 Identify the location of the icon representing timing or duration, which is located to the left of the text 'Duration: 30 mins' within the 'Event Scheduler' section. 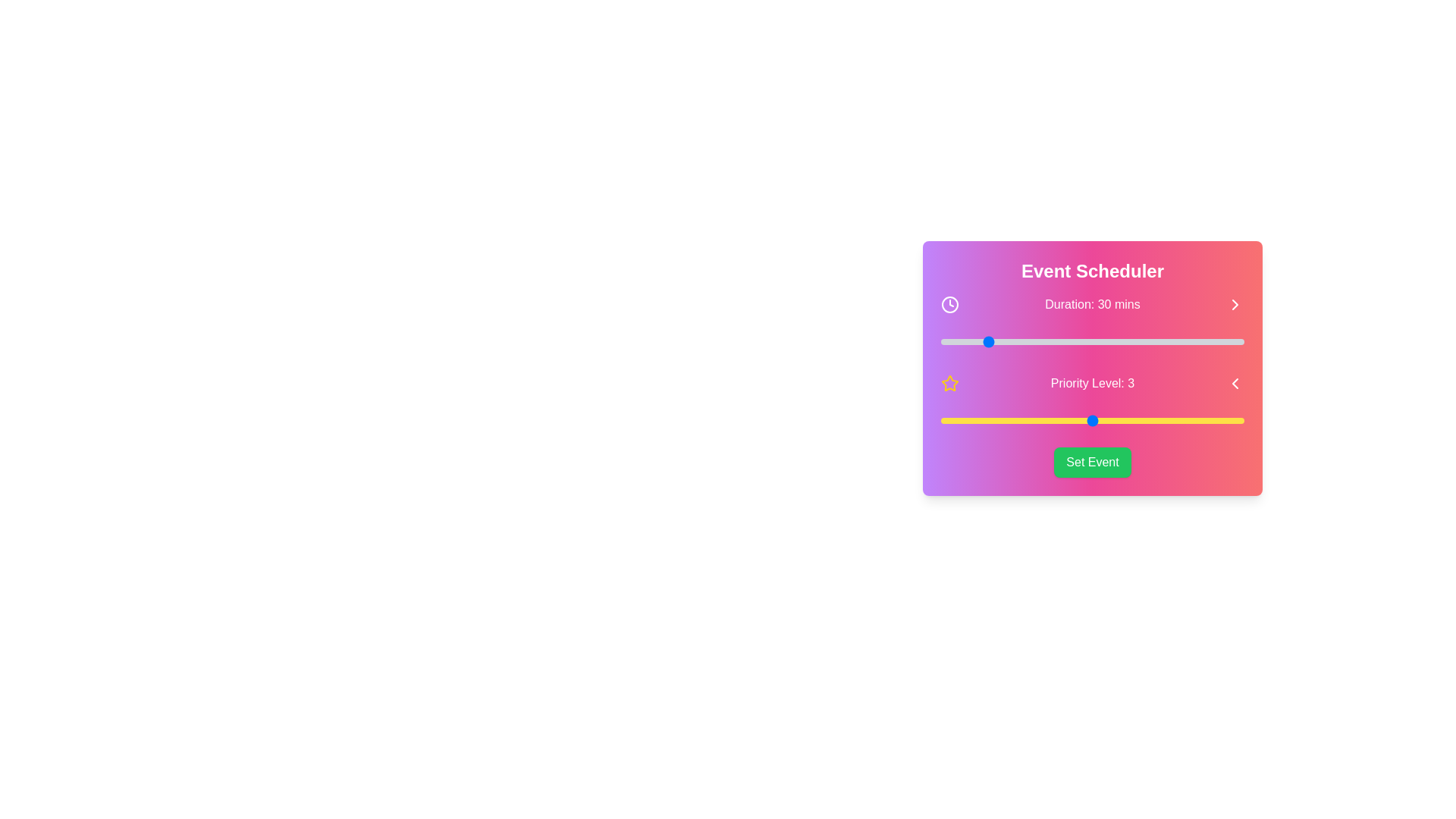
(949, 304).